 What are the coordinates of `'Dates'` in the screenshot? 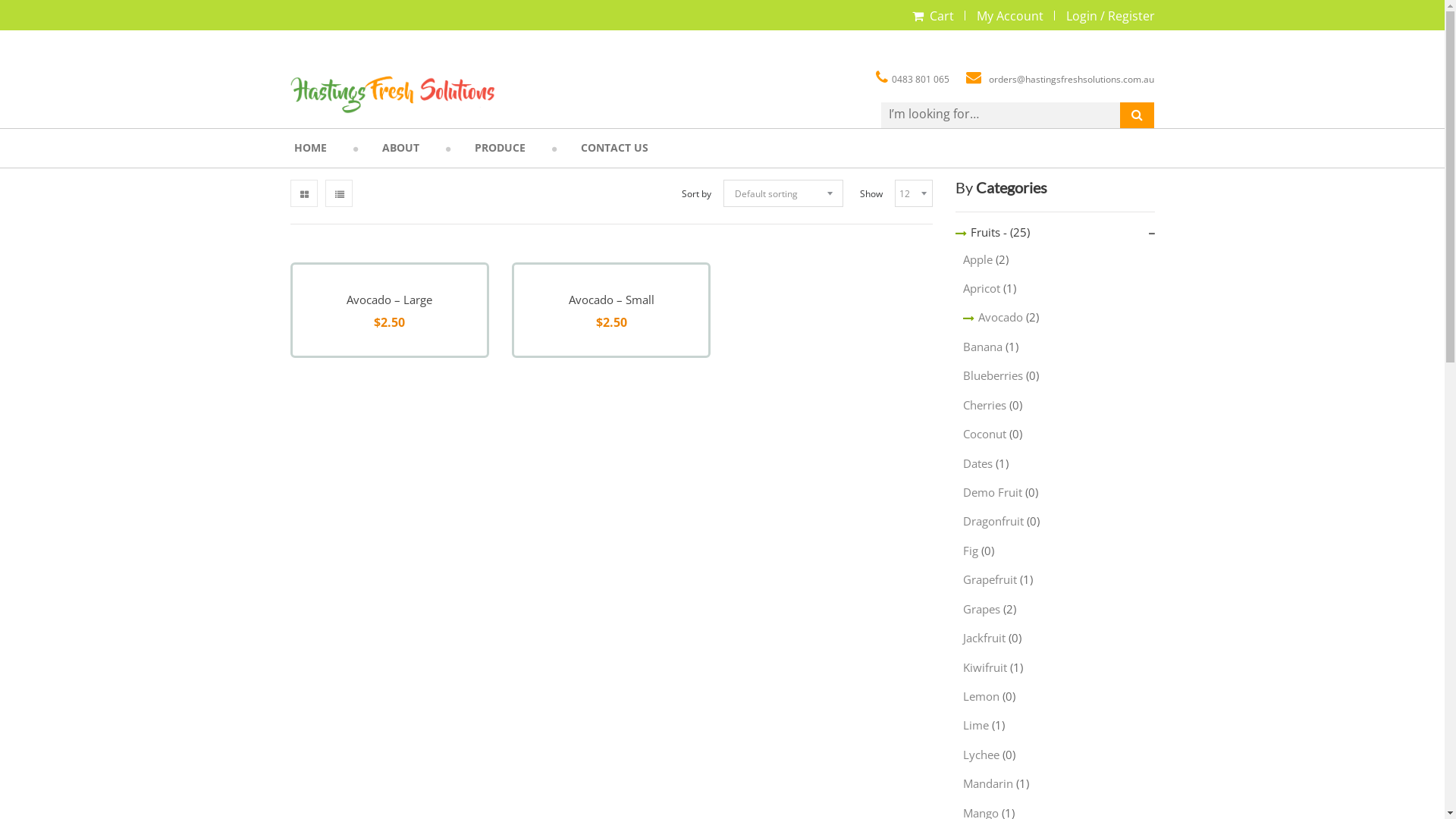 It's located at (977, 462).